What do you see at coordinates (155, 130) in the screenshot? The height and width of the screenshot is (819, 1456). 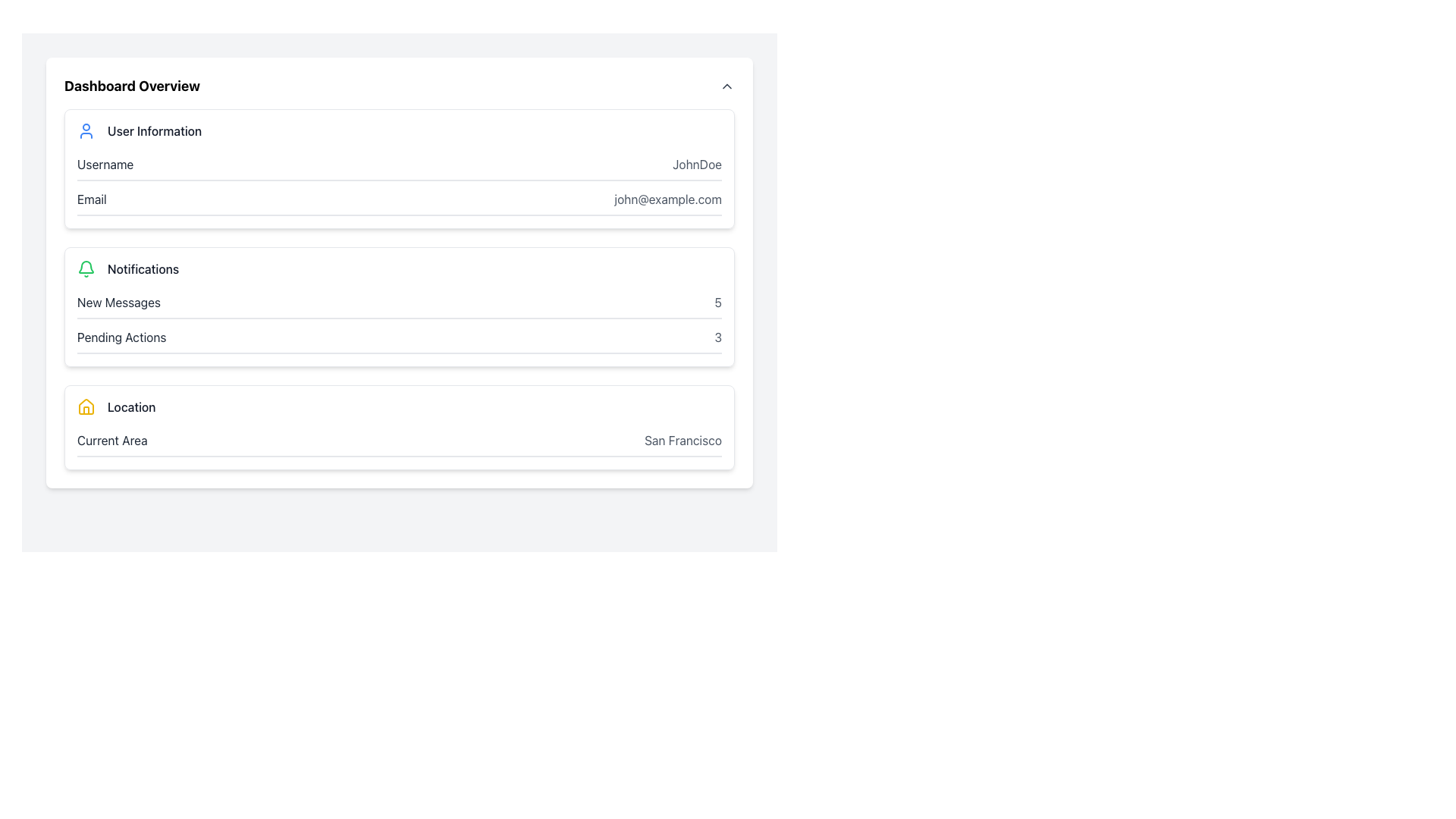 I see `the static text label displaying 'User Information' which is bold and gray-colored, located next to the user icon on the Dashboard Overview interface` at bounding box center [155, 130].